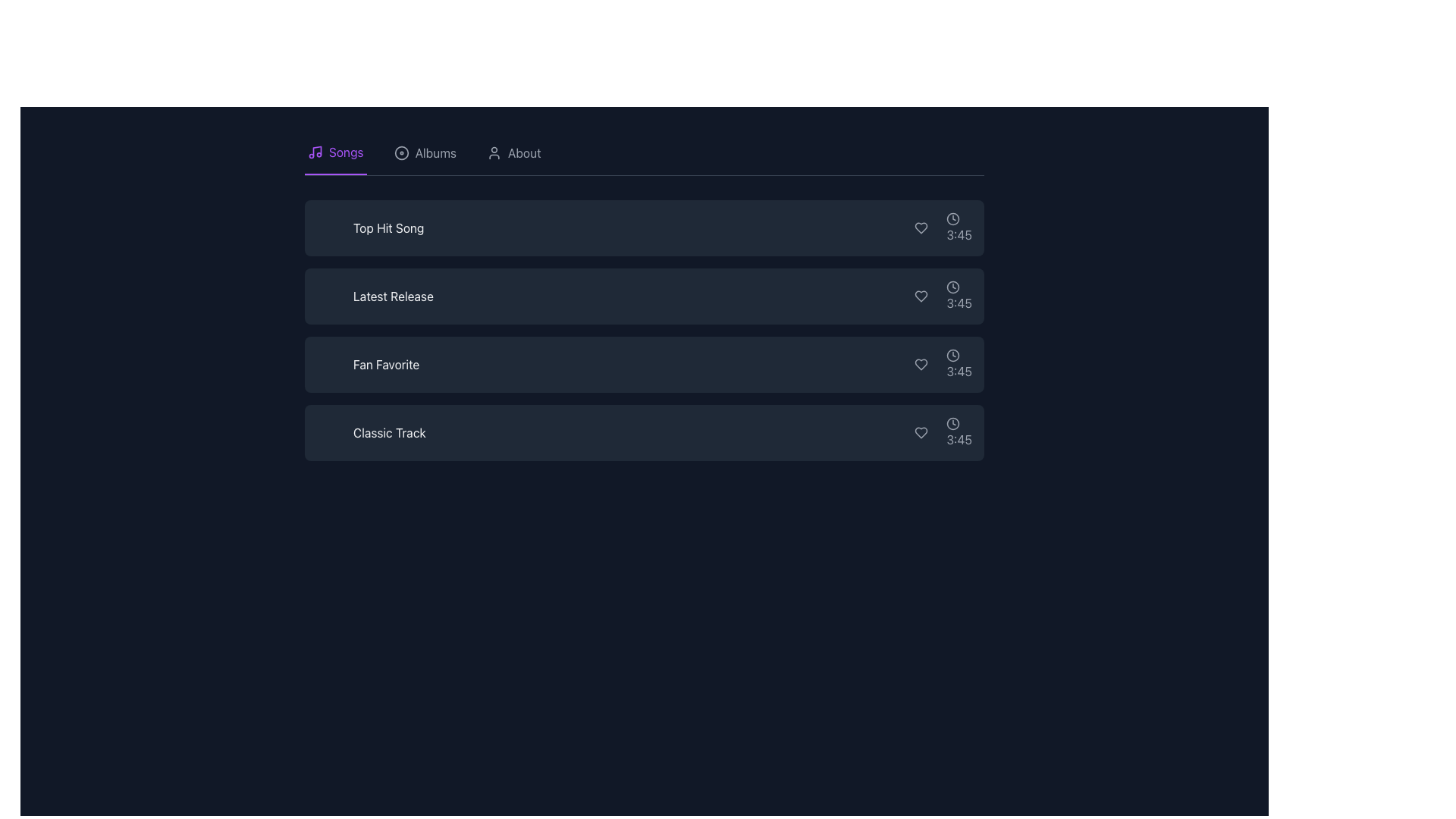 The width and height of the screenshot is (1456, 819). What do you see at coordinates (952, 424) in the screenshot?
I see `the clock icon located at the far-right side of the last item in a vertically stacked list, adjacent to the '3:45' text` at bounding box center [952, 424].